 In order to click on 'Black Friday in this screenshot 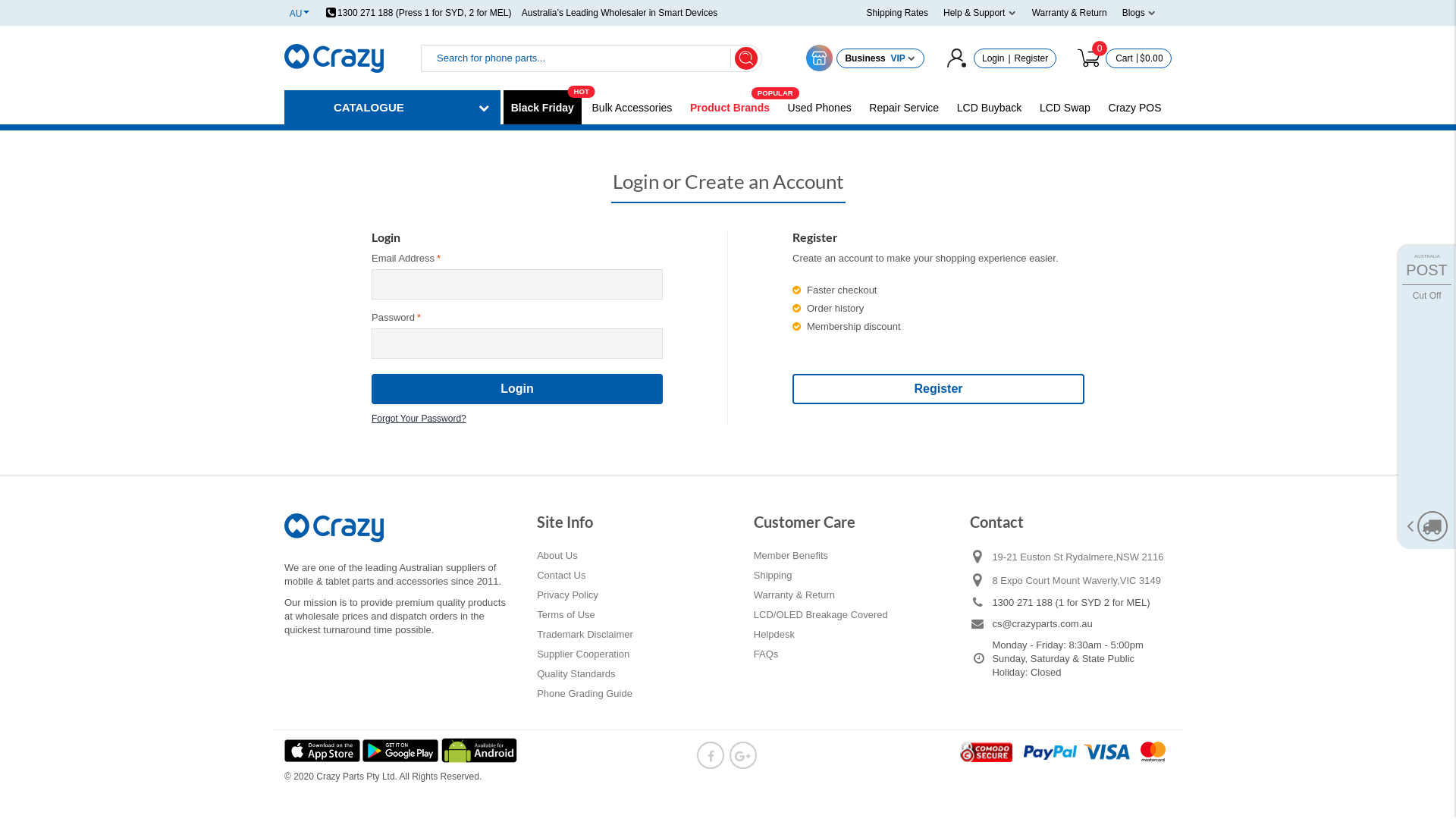, I will do `click(542, 107)`.